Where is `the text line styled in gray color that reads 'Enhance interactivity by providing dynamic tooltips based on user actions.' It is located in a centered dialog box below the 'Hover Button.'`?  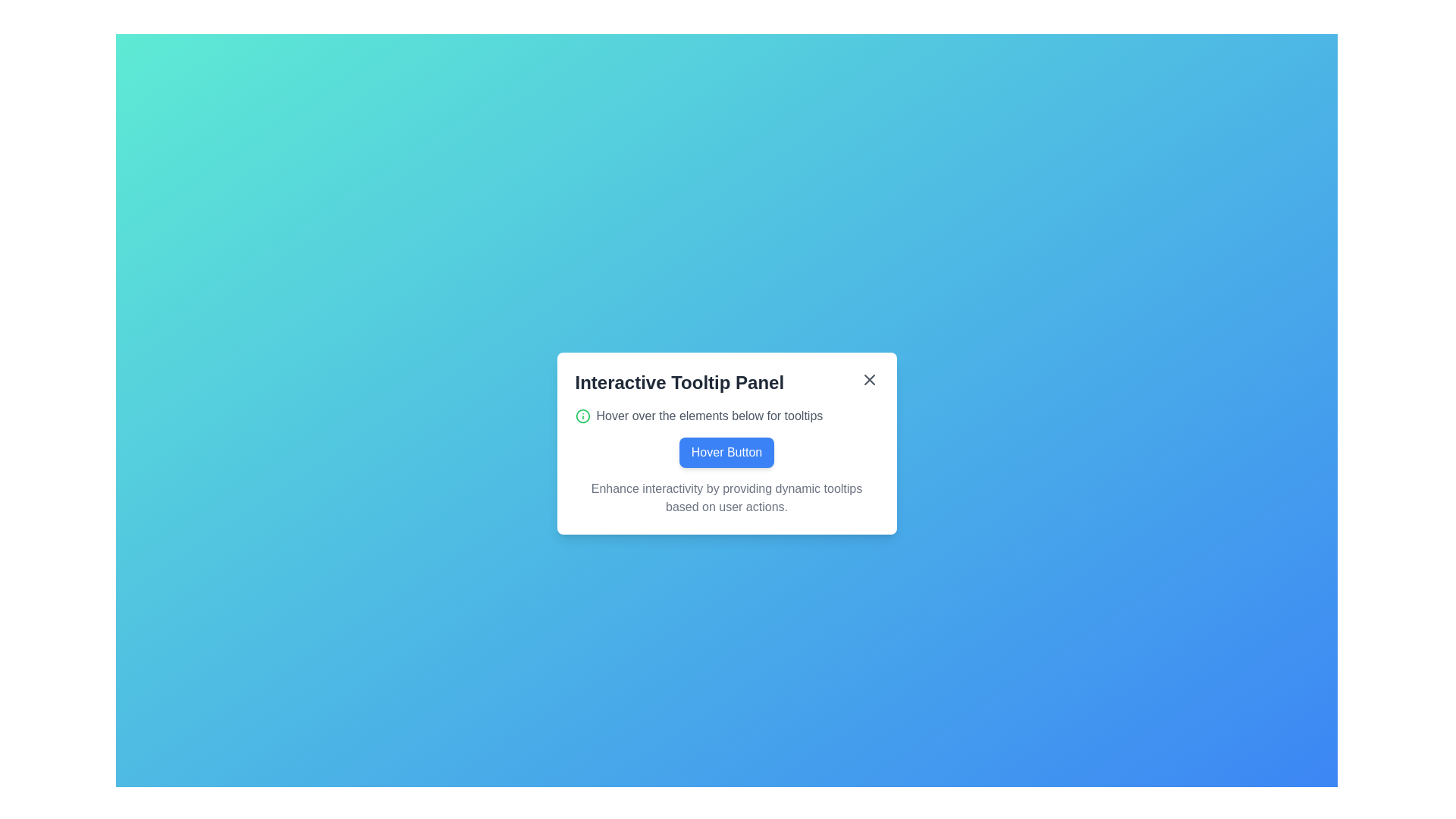
the text line styled in gray color that reads 'Enhance interactivity by providing dynamic tooltips based on user actions.' It is located in a centered dialog box below the 'Hover Button.' is located at coordinates (726, 497).